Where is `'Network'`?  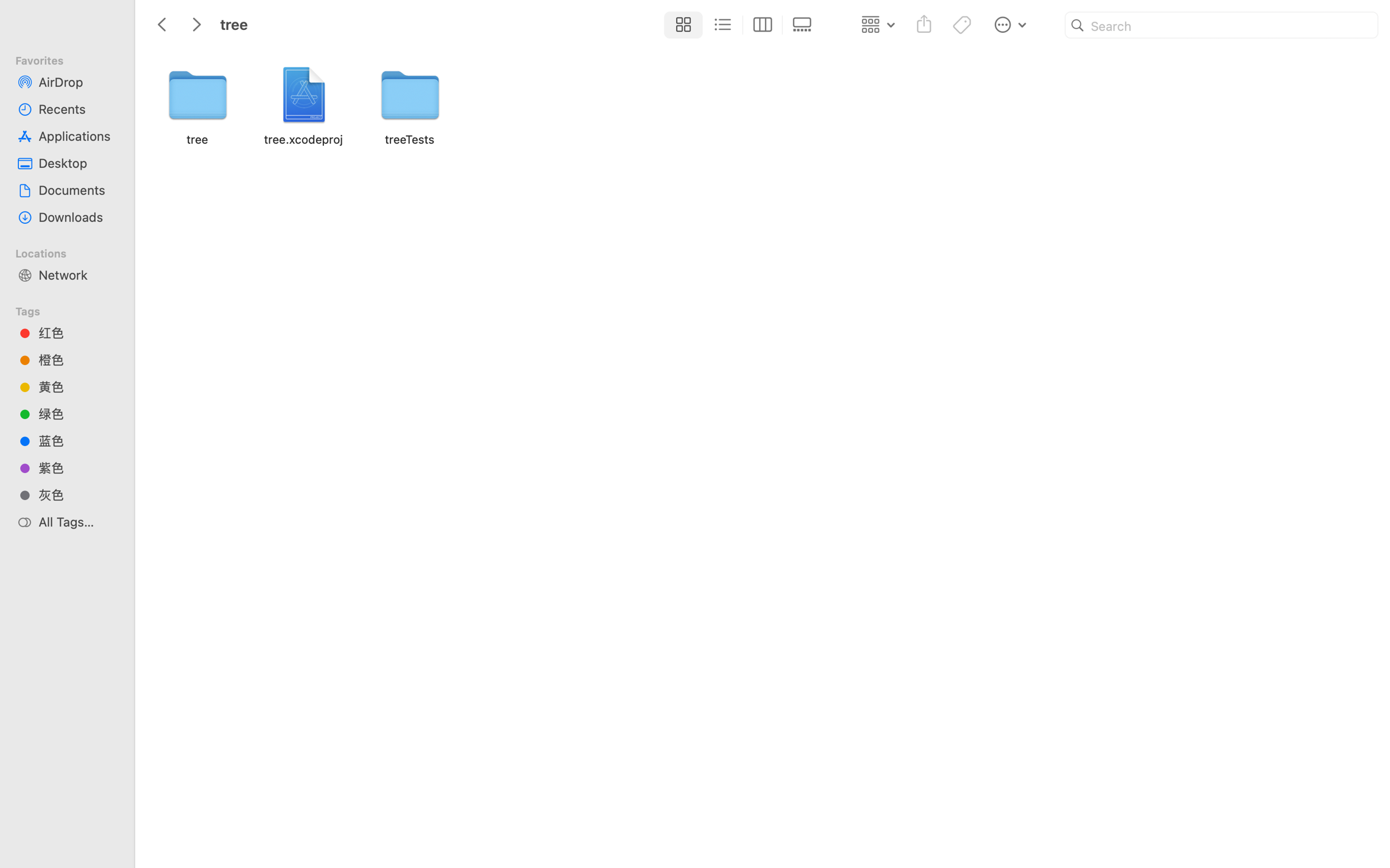
'Network' is located at coordinates (77, 274).